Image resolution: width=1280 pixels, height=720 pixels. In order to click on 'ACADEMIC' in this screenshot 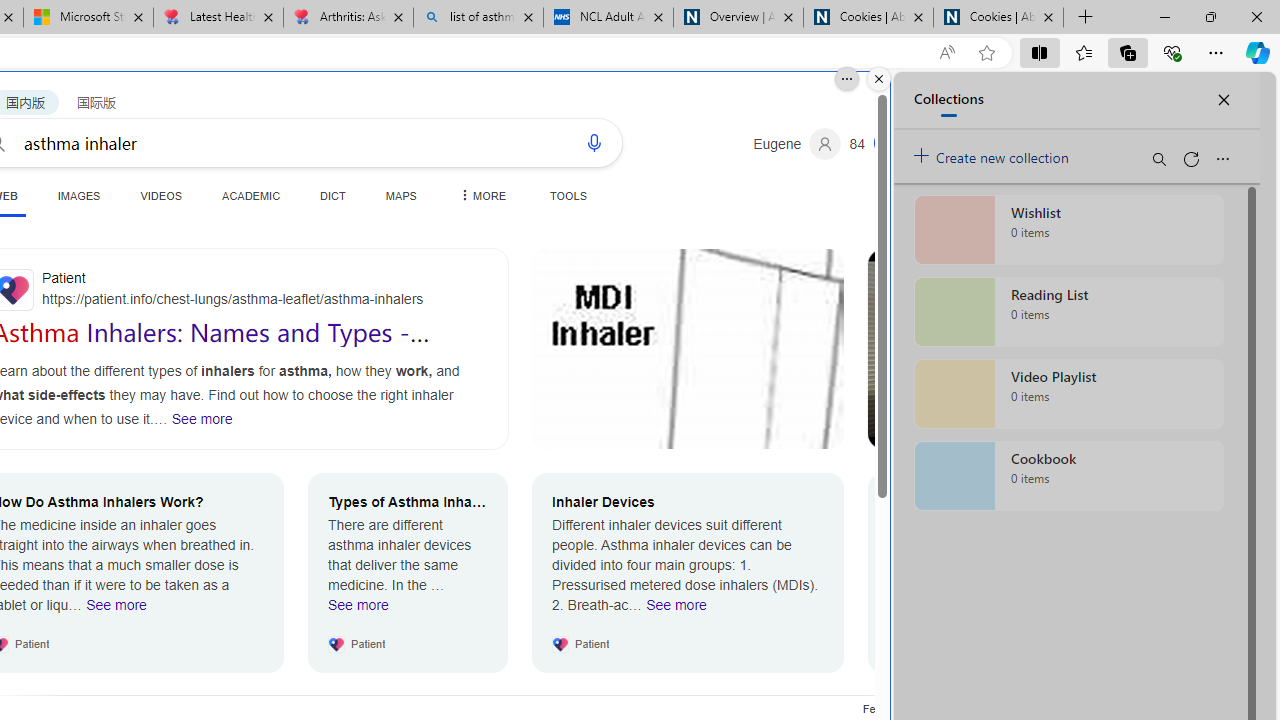, I will do `click(250, 195)`.